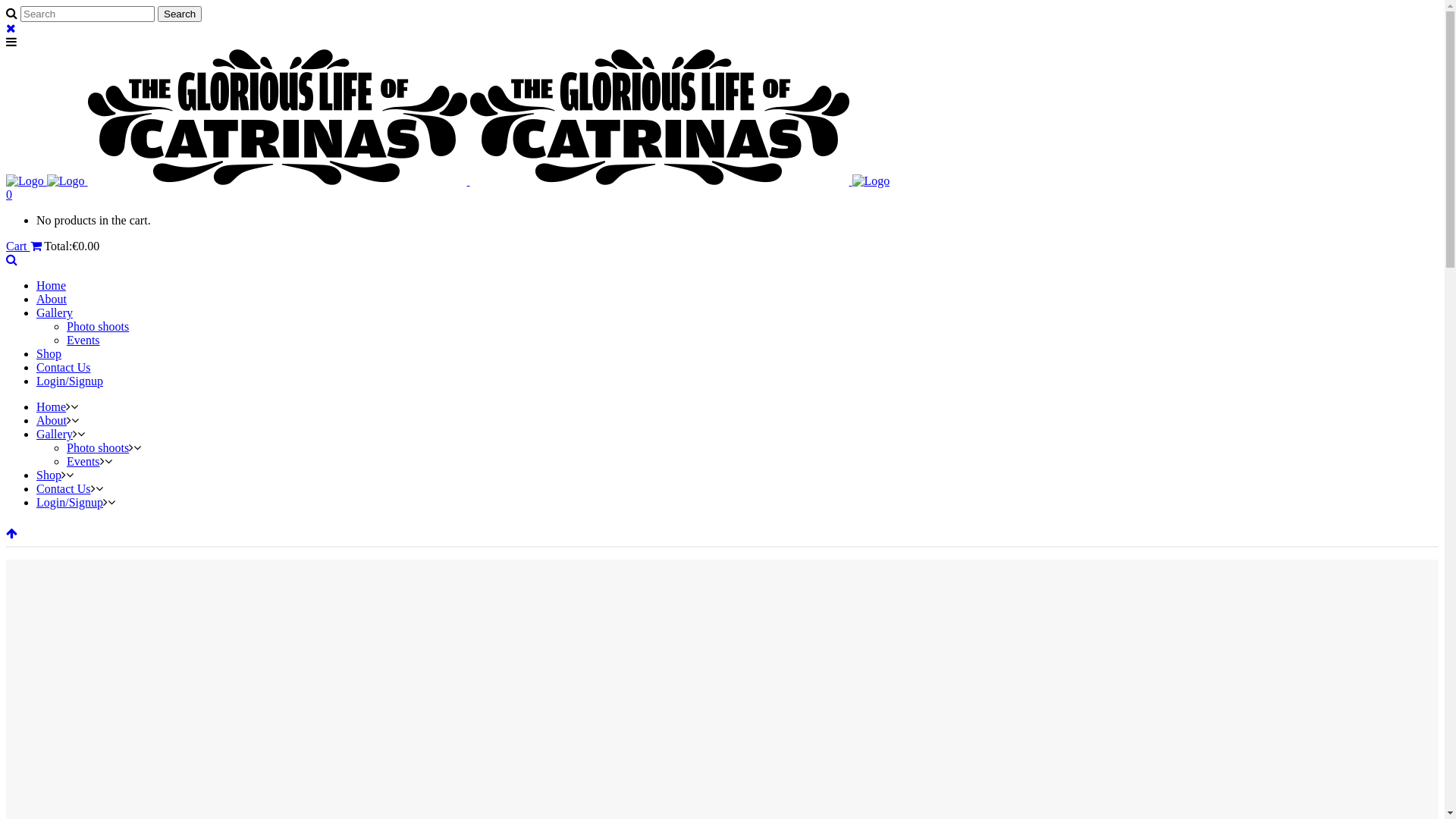  What do you see at coordinates (179, 14) in the screenshot?
I see `'Search'` at bounding box center [179, 14].